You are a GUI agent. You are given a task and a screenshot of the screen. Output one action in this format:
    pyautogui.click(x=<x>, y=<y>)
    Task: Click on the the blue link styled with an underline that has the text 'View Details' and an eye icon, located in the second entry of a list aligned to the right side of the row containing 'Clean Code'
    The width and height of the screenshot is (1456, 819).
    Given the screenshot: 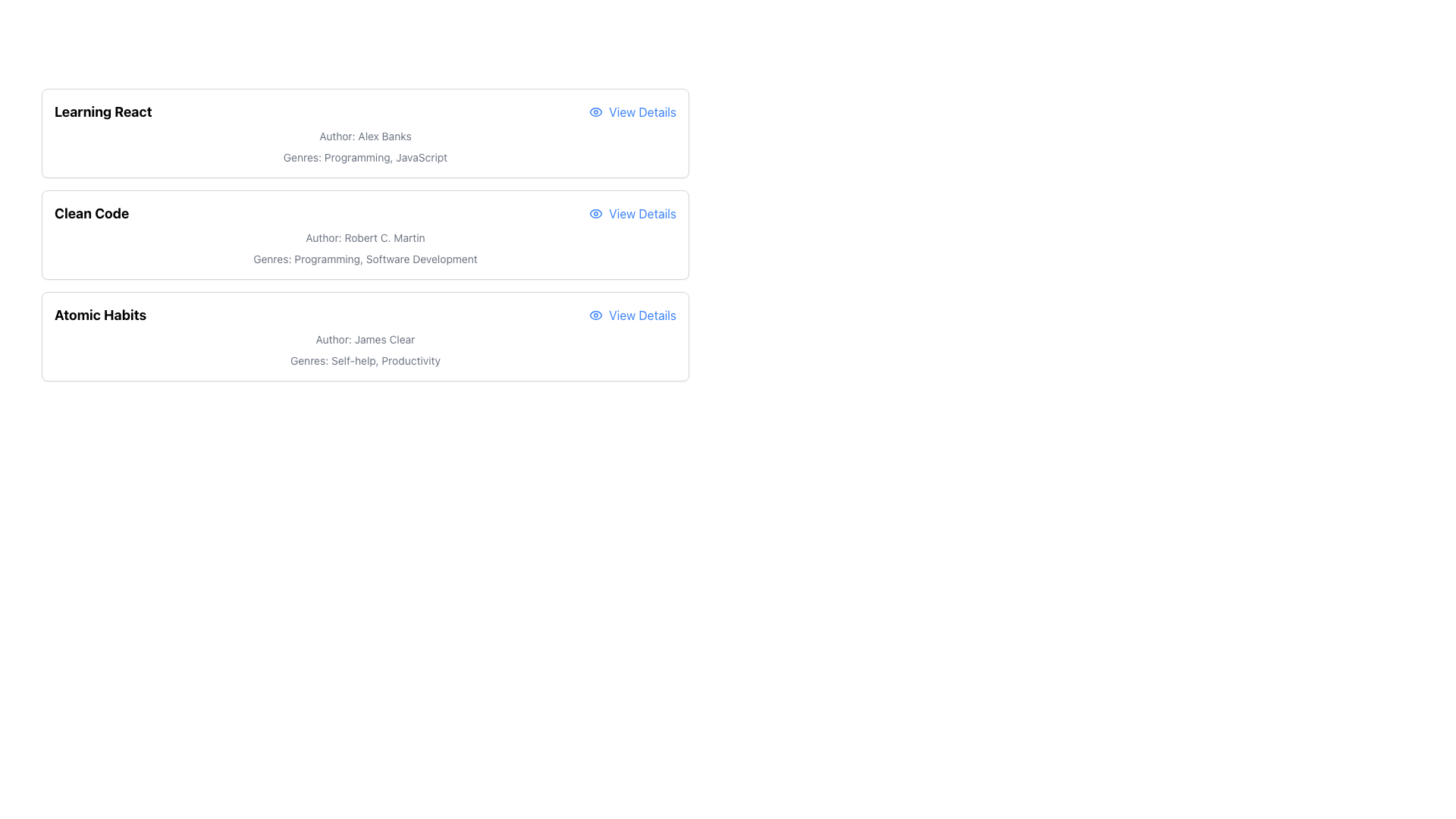 What is the action you would take?
    pyautogui.click(x=632, y=213)
    